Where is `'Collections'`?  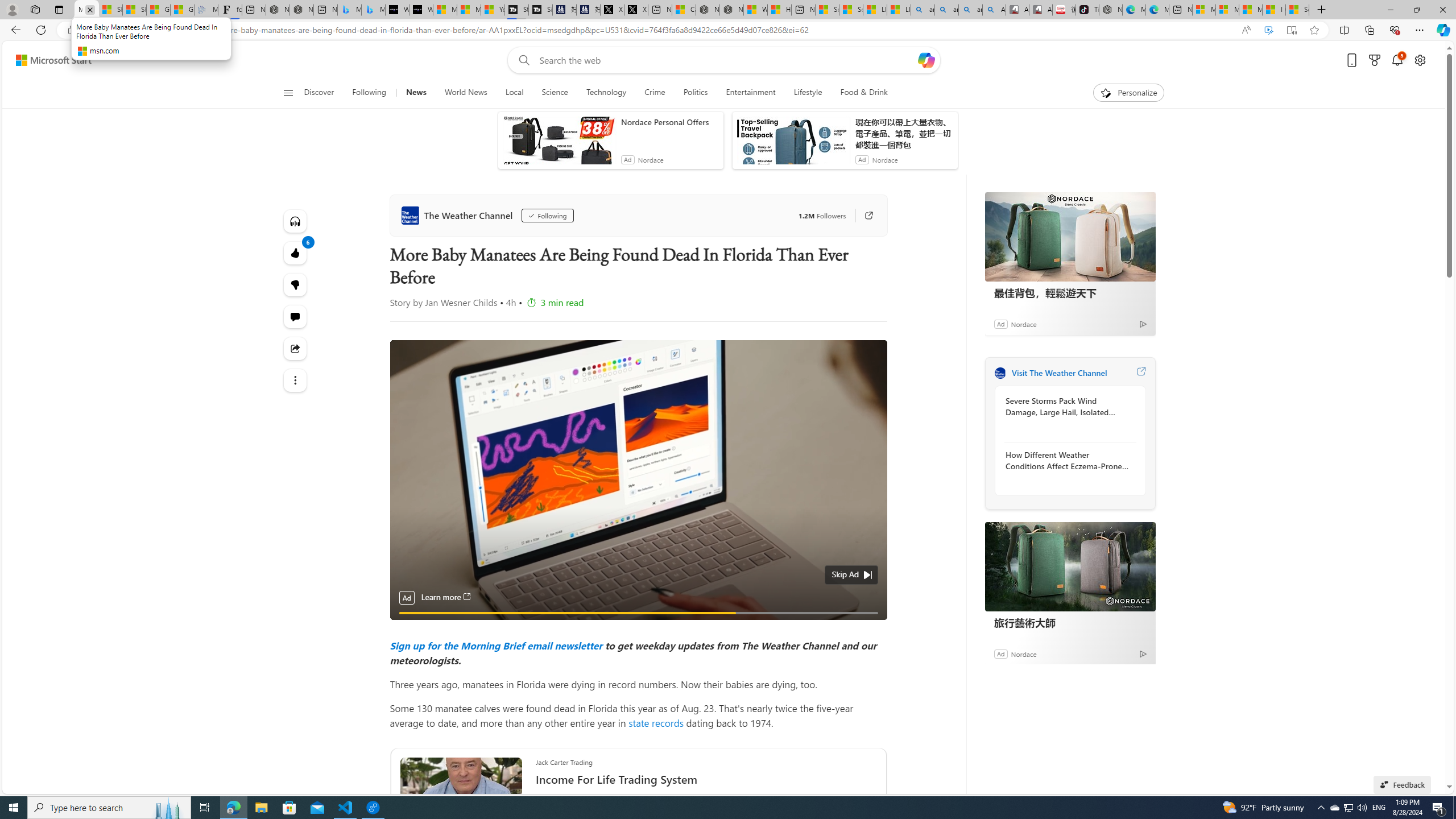
'Collections' is located at coordinates (1368, 29).